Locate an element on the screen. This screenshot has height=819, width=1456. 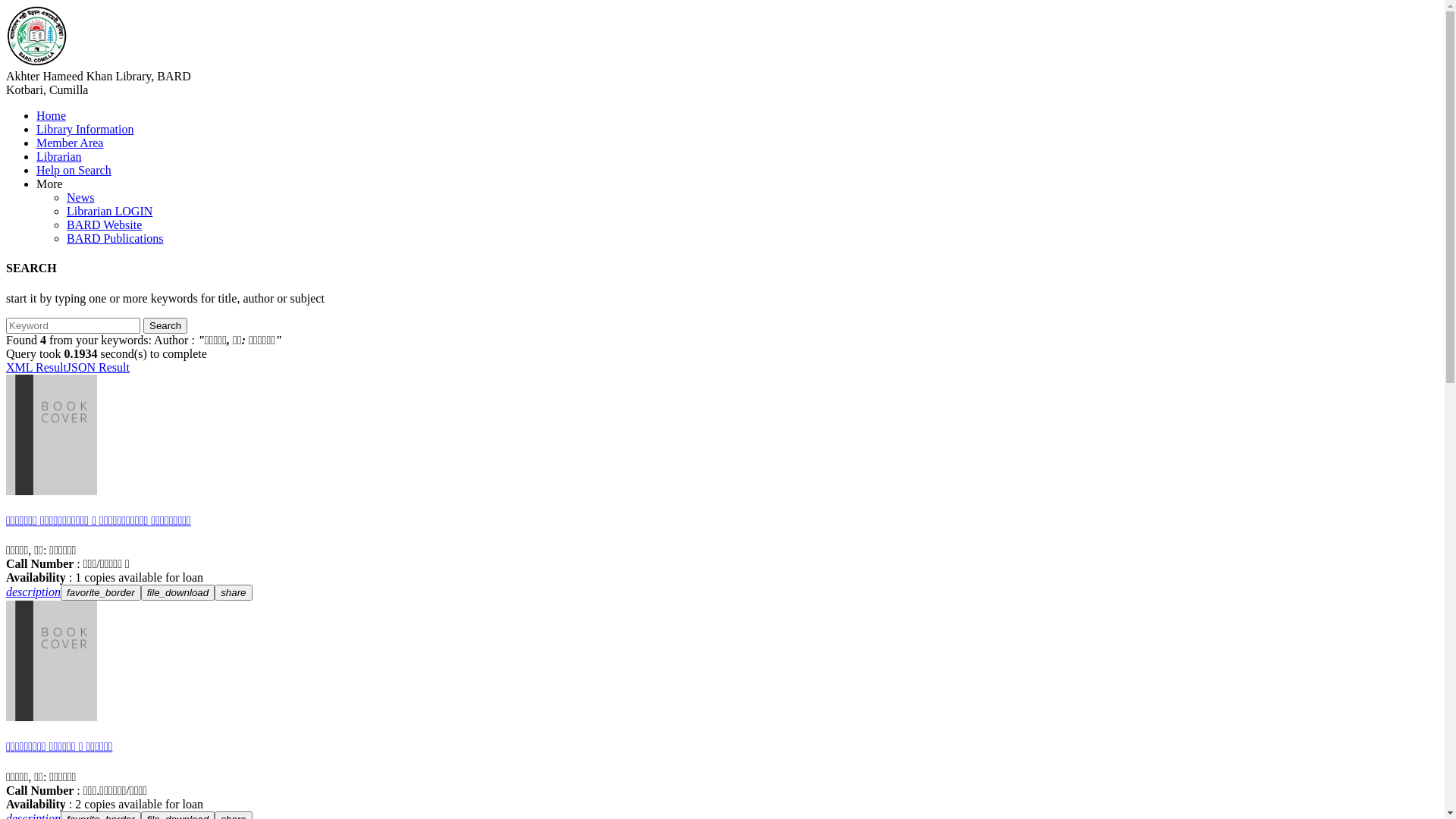
'Search' is located at coordinates (143, 325).